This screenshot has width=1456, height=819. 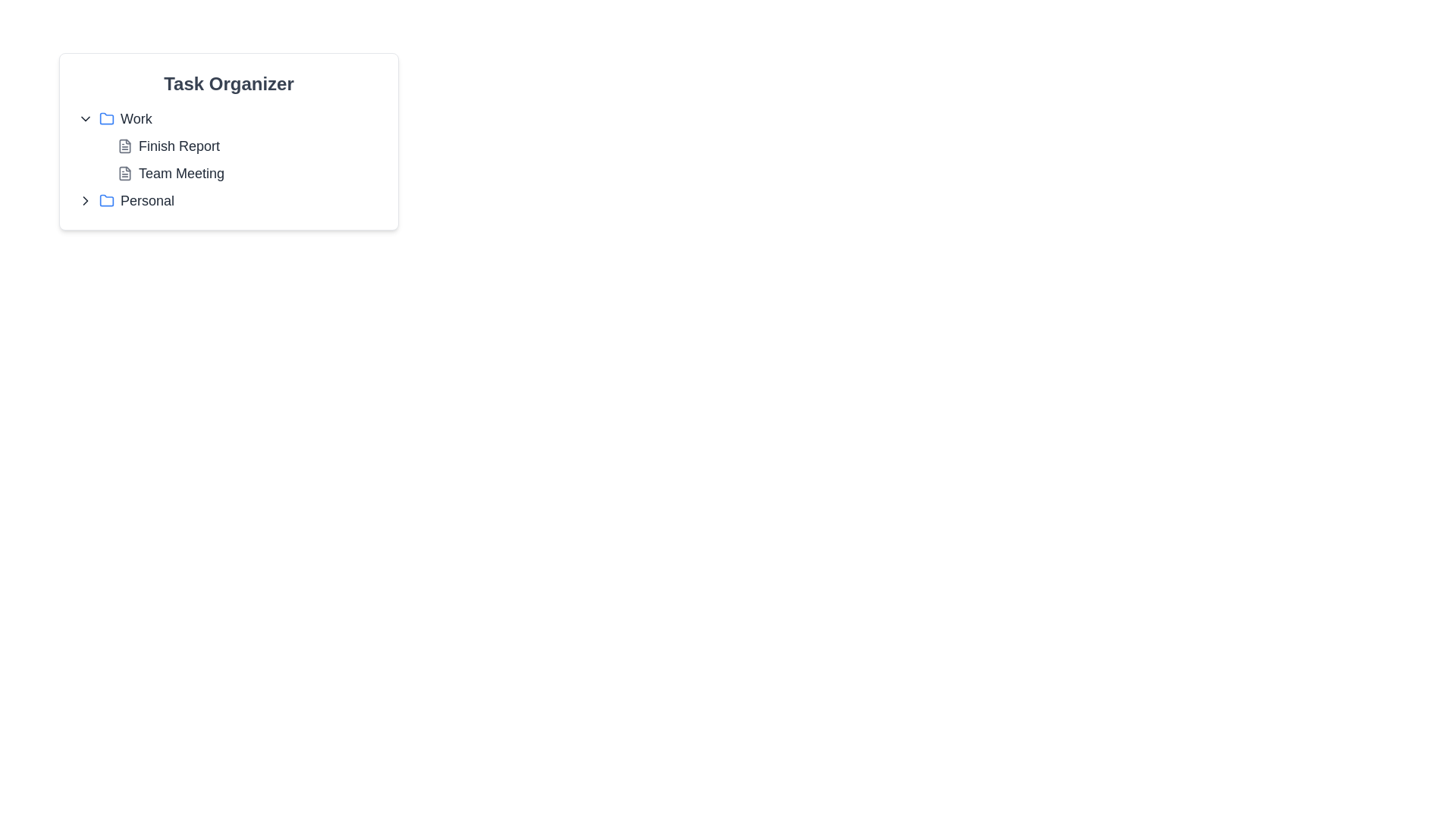 What do you see at coordinates (124, 146) in the screenshot?
I see `the first icon representing the 'Finish Report' item in the 'Work' section of the 'Task Organizer' widget` at bounding box center [124, 146].